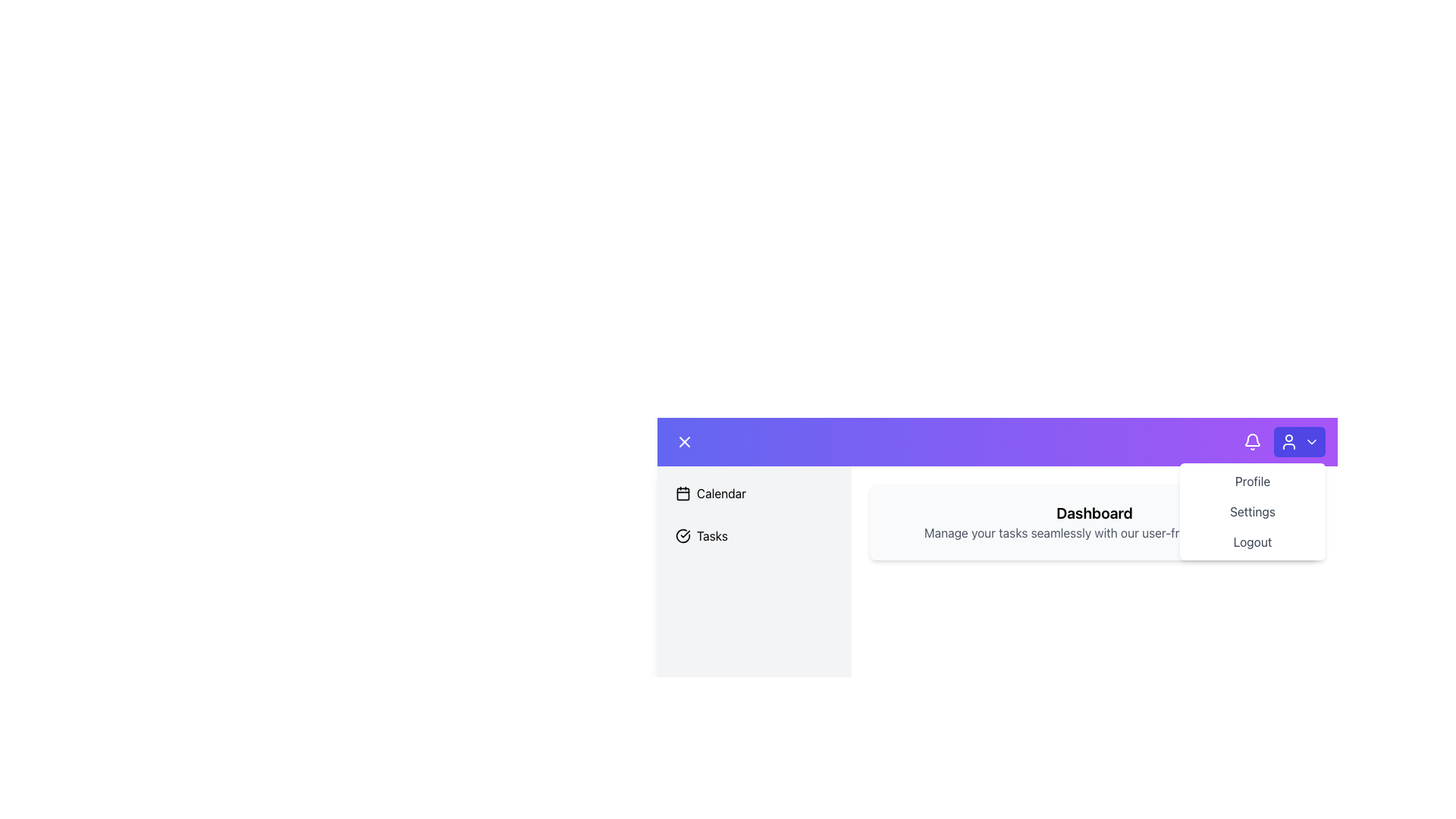 The image size is (1456, 819). What do you see at coordinates (1310, 441) in the screenshot?
I see `the dropdown toggle icon located on the far-right side of the header section, next to the circular user profile icon` at bounding box center [1310, 441].